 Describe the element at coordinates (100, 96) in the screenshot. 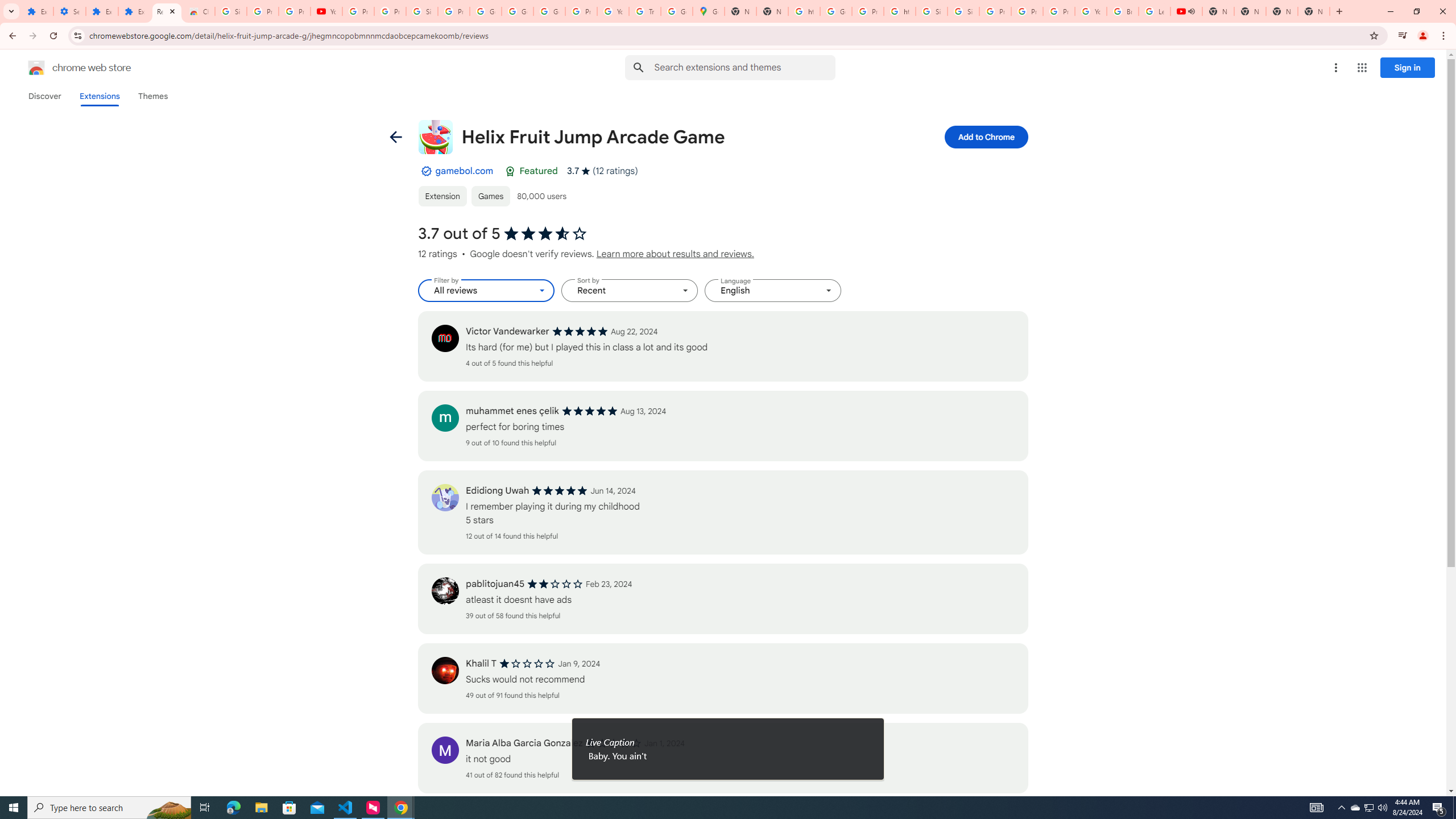

I see `'Extensions'` at that location.